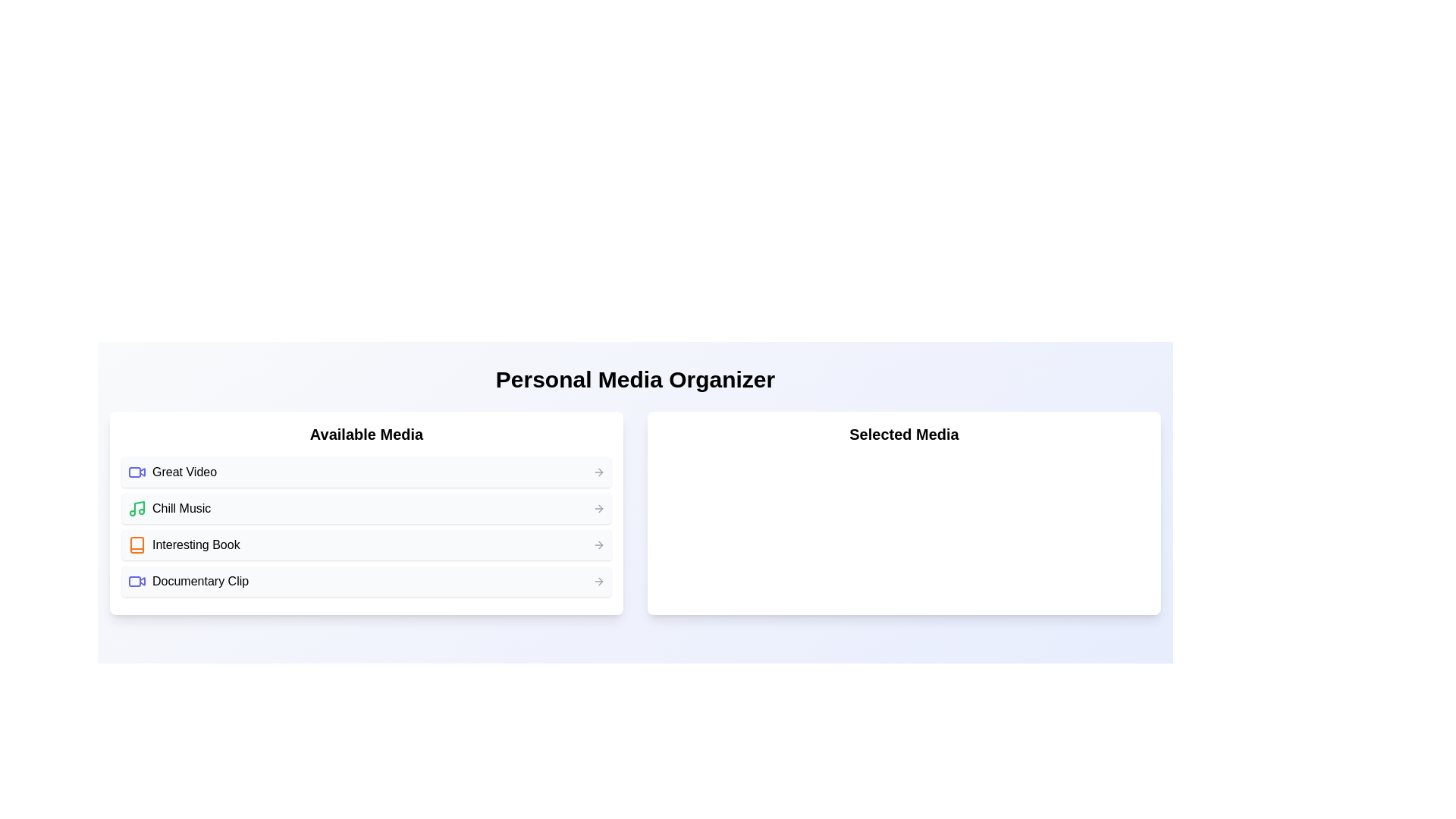  Describe the element at coordinates (137, 472) in the screenshot. I see `the video media icon representing 'Great Video' located in the 'Available Media' section of the interface` at that location.